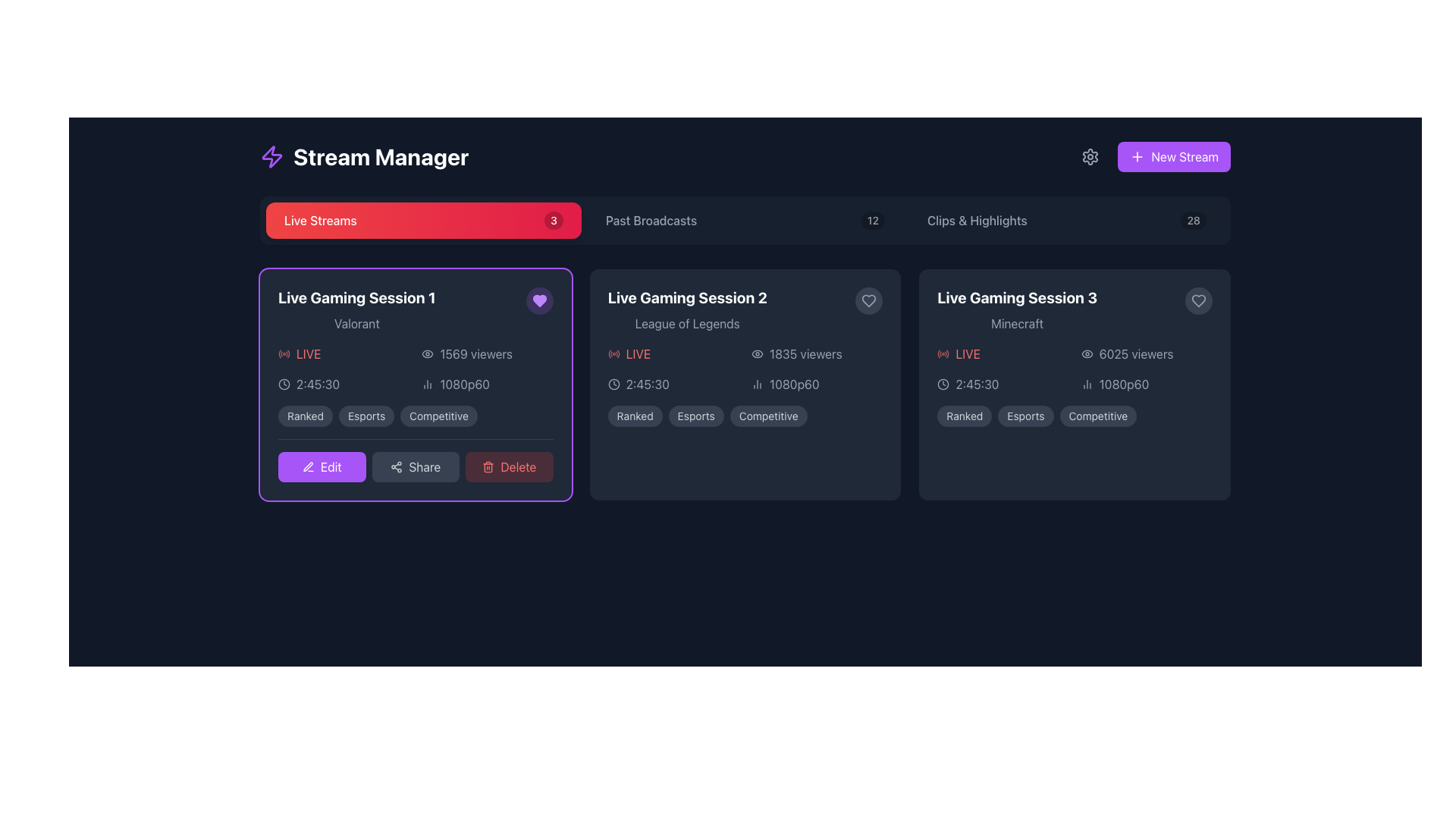 The image size is (1456, 819). What do you see at coordinates (330, 466) in the screenshot?
I see `the 'Edit' label located at the bottom-left corner of the 'Live Gaming Session 1' card, which is the leftmost button in a group of action buttons adjacent to 'Share' and 'Delete'` at bounding box center [330, 466].